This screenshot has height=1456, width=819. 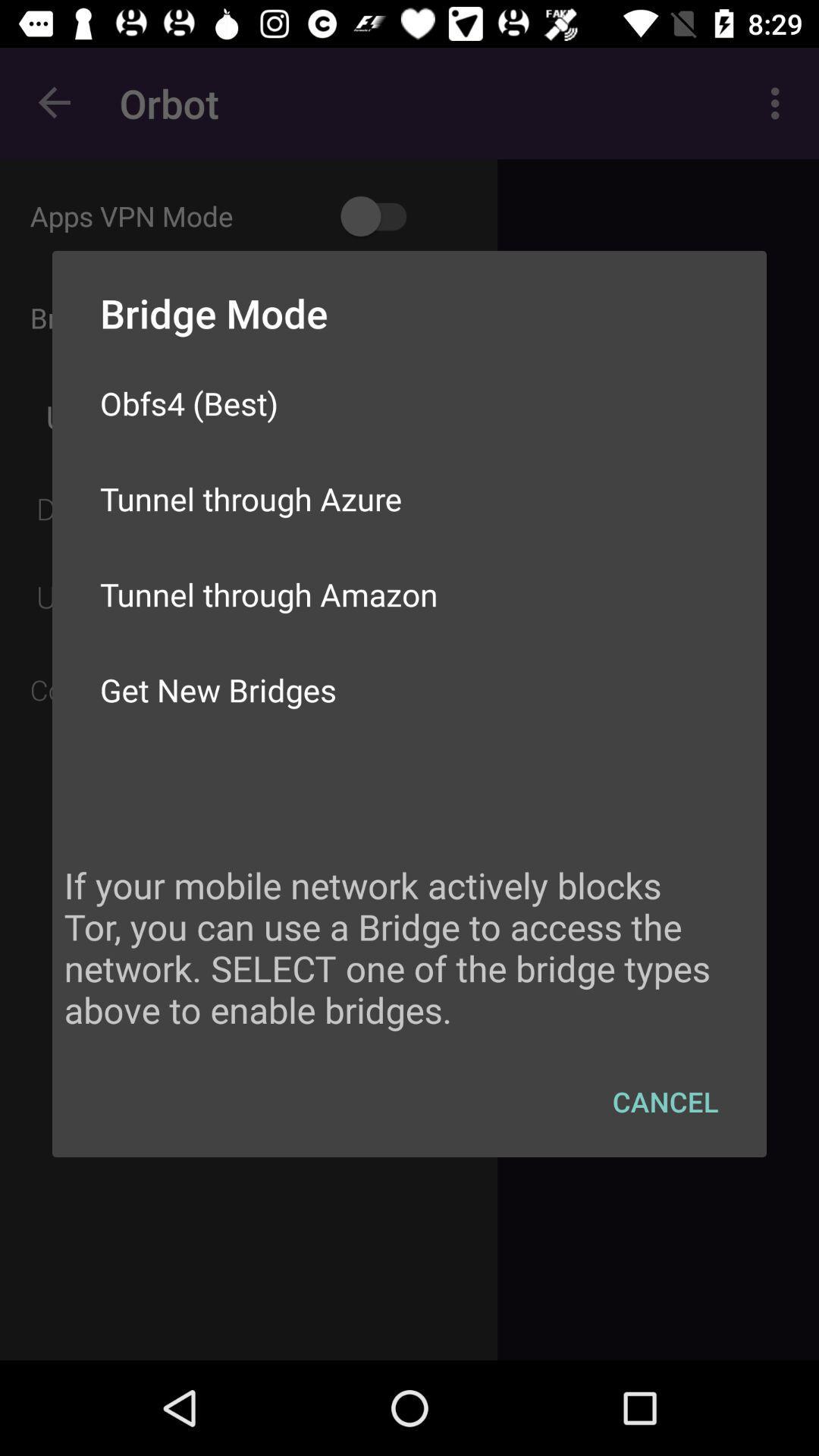 I want to click on icon at the bottom right corner, so click(x=664, y=1101).